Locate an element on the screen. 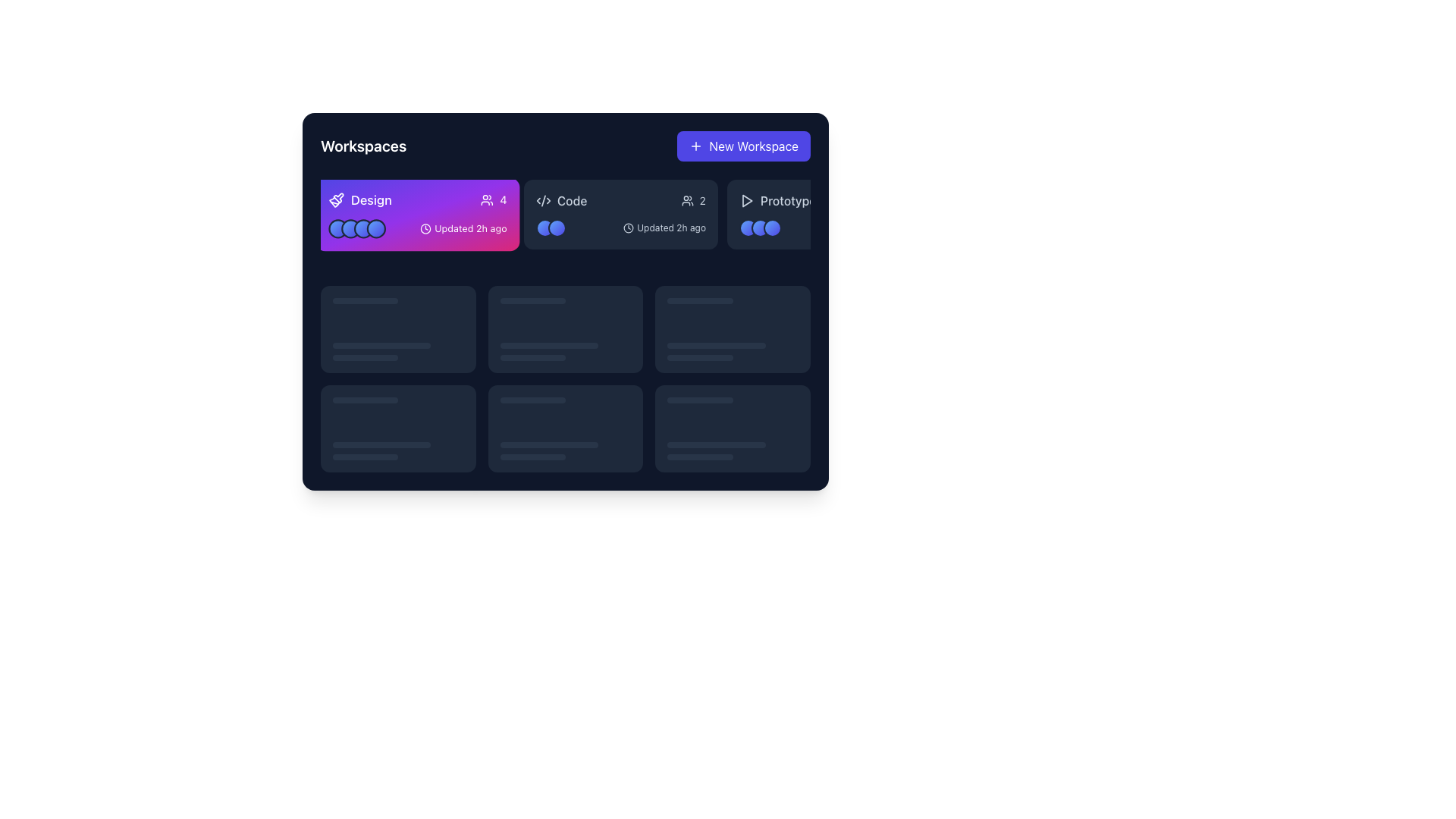 This screenshot has height=819, width=1456. the 'New Workspace' button with a vibrant indigo background and a plus icon to initiate workspace creation is located at coordinates (744, 146).